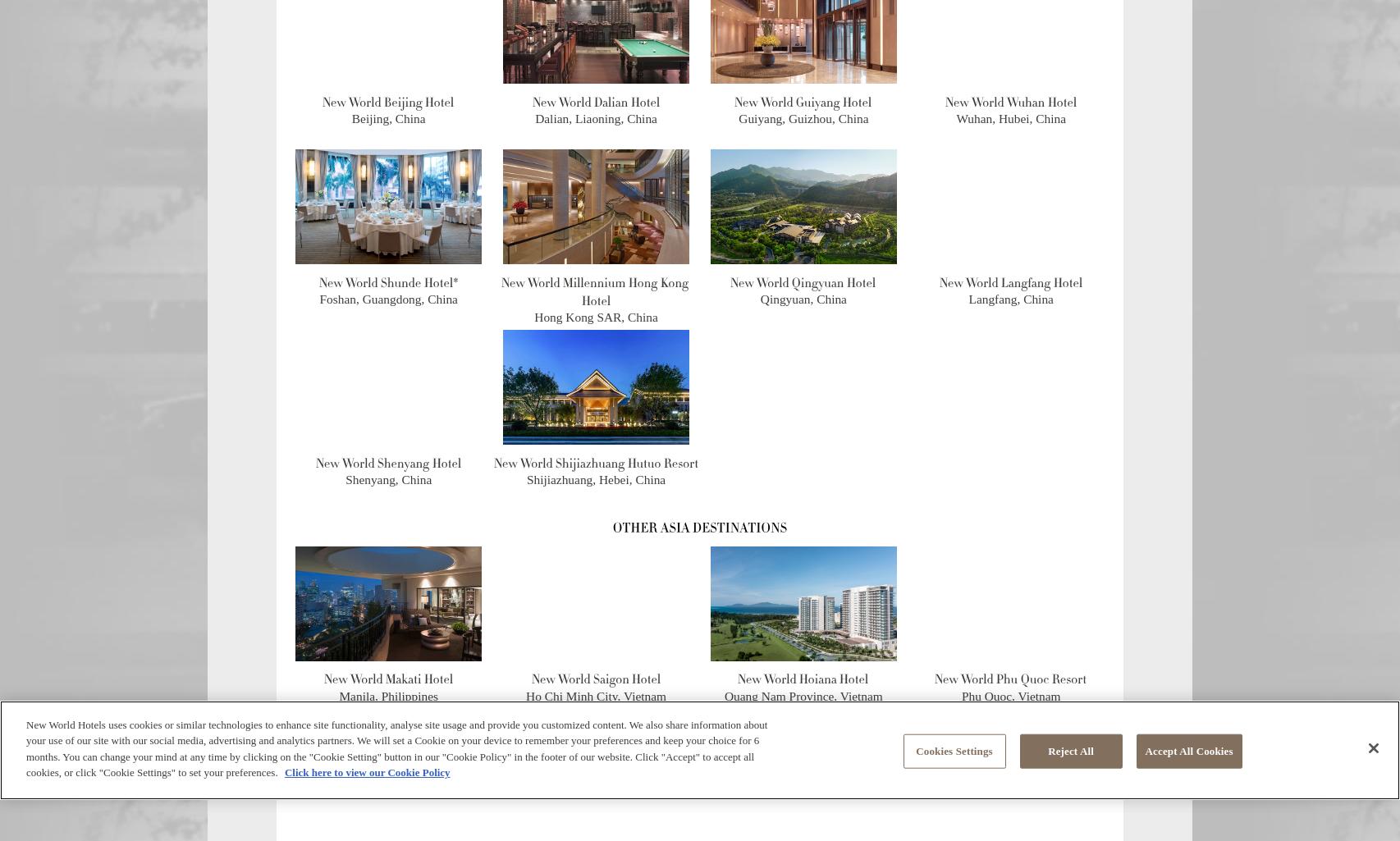 The width and height of the screenshot is (1400, 841). Describe the element at coordinates (534, 117) in the screenshot. I see `'Dalian, Liaoning, China'` at that location.